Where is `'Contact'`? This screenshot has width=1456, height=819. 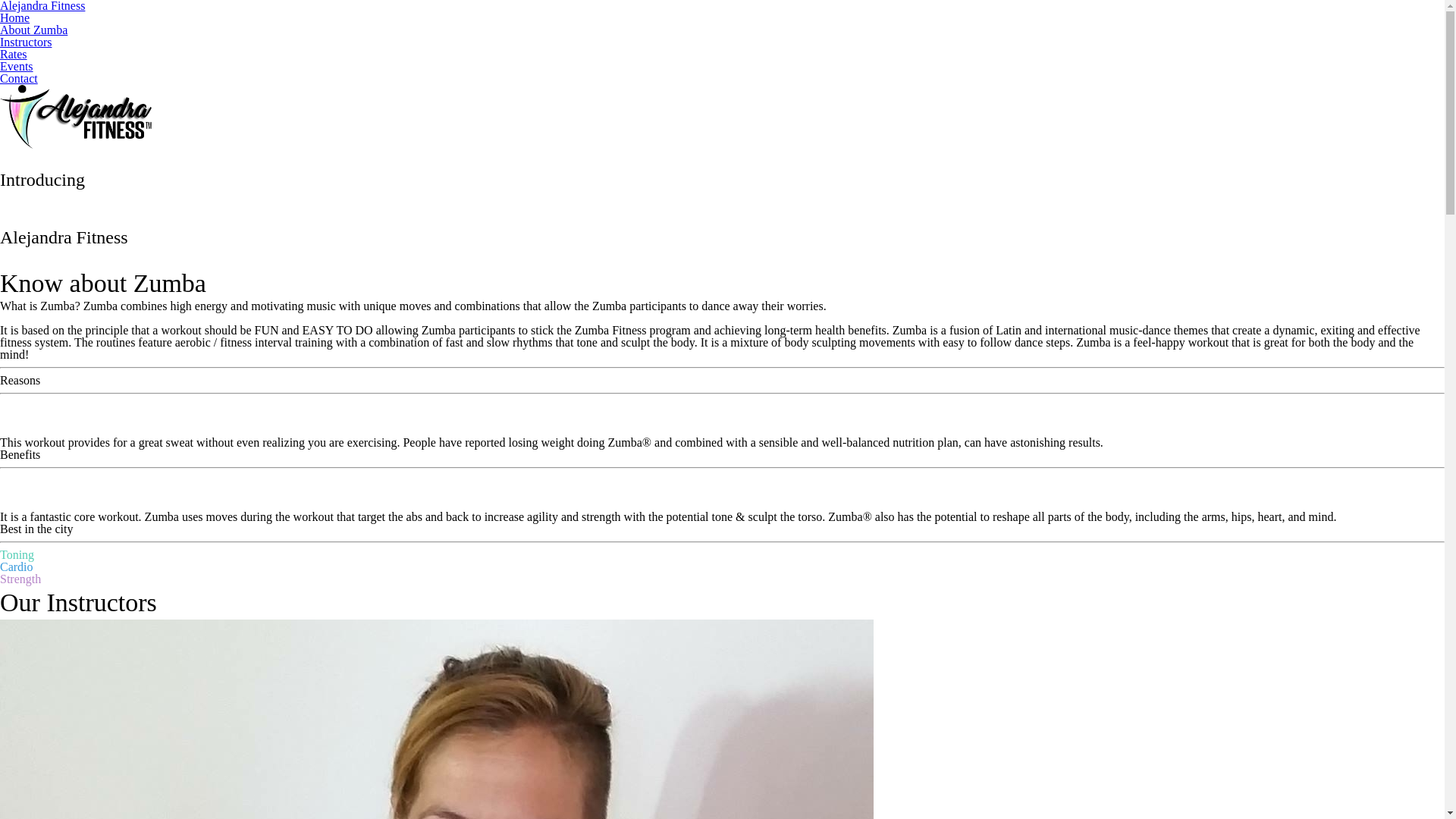 'Contact' is located at coordinates (18, 78).